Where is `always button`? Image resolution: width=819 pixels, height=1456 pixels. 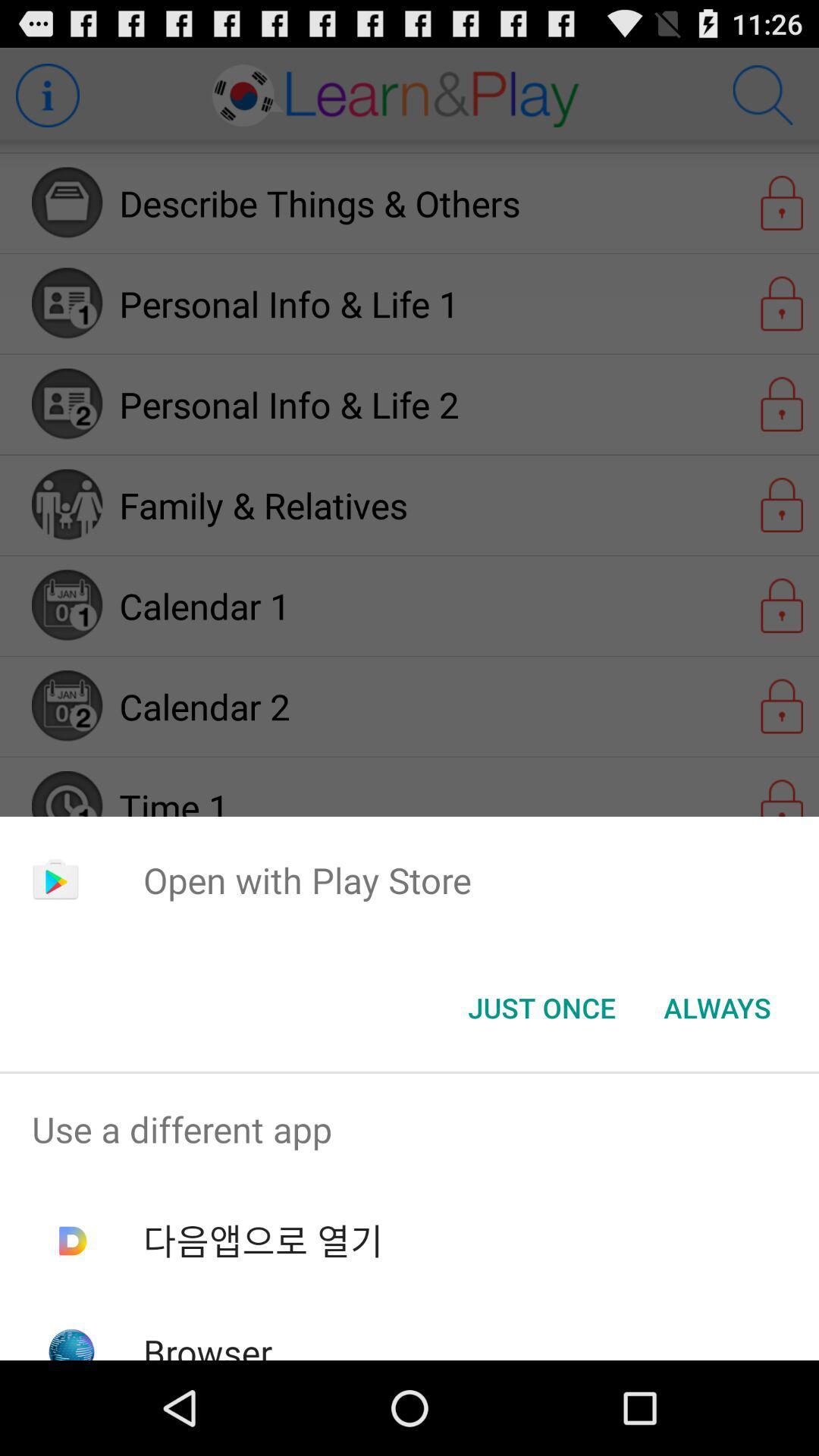 always button is located at coordinates (717, 1008).